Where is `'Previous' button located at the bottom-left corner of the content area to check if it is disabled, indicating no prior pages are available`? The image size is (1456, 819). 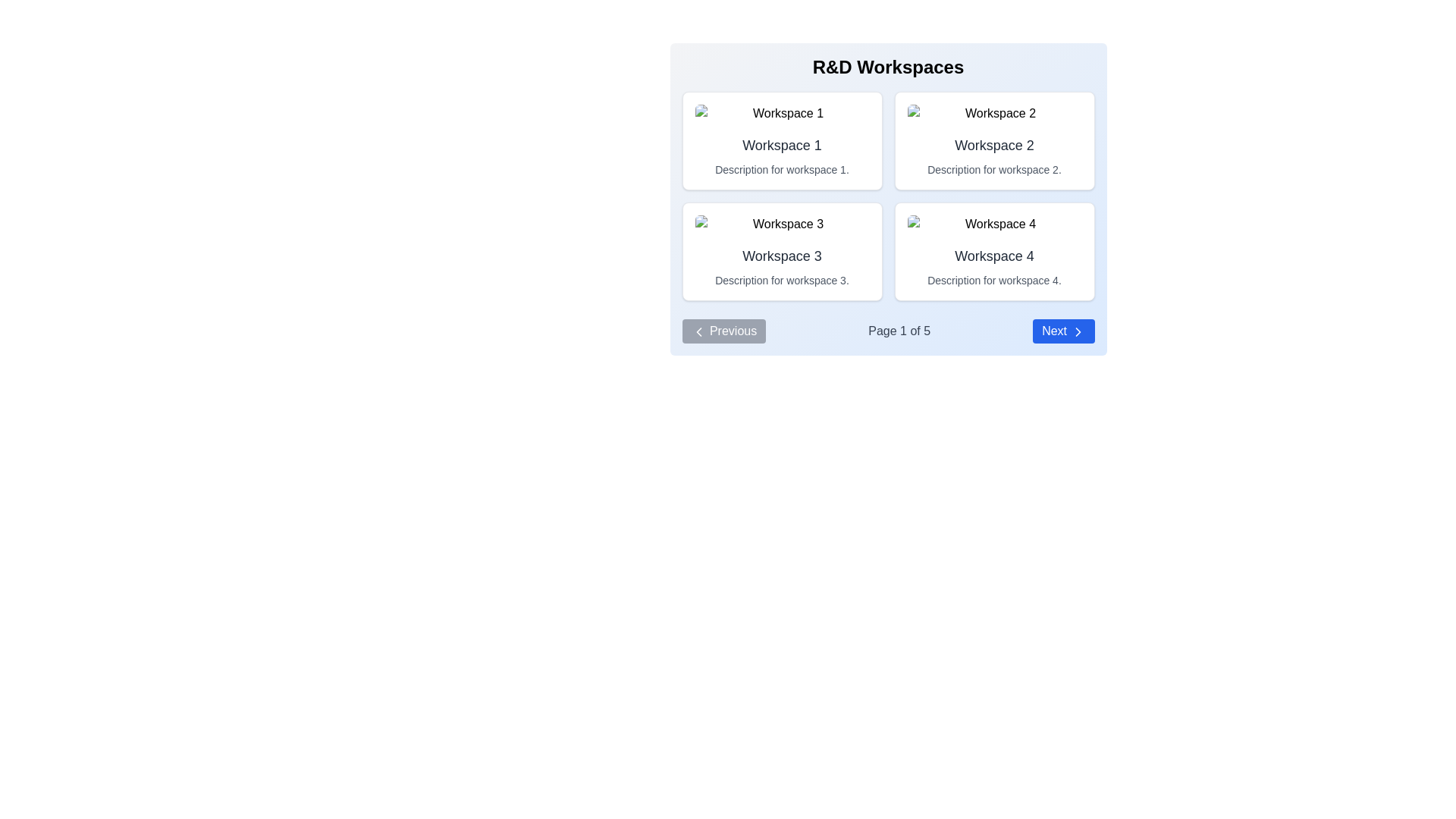 'Previous' button located at the bottom-left corner of the content area to check if it is disabled, indicating no prior pages are available is located at coordinates (723, 330).